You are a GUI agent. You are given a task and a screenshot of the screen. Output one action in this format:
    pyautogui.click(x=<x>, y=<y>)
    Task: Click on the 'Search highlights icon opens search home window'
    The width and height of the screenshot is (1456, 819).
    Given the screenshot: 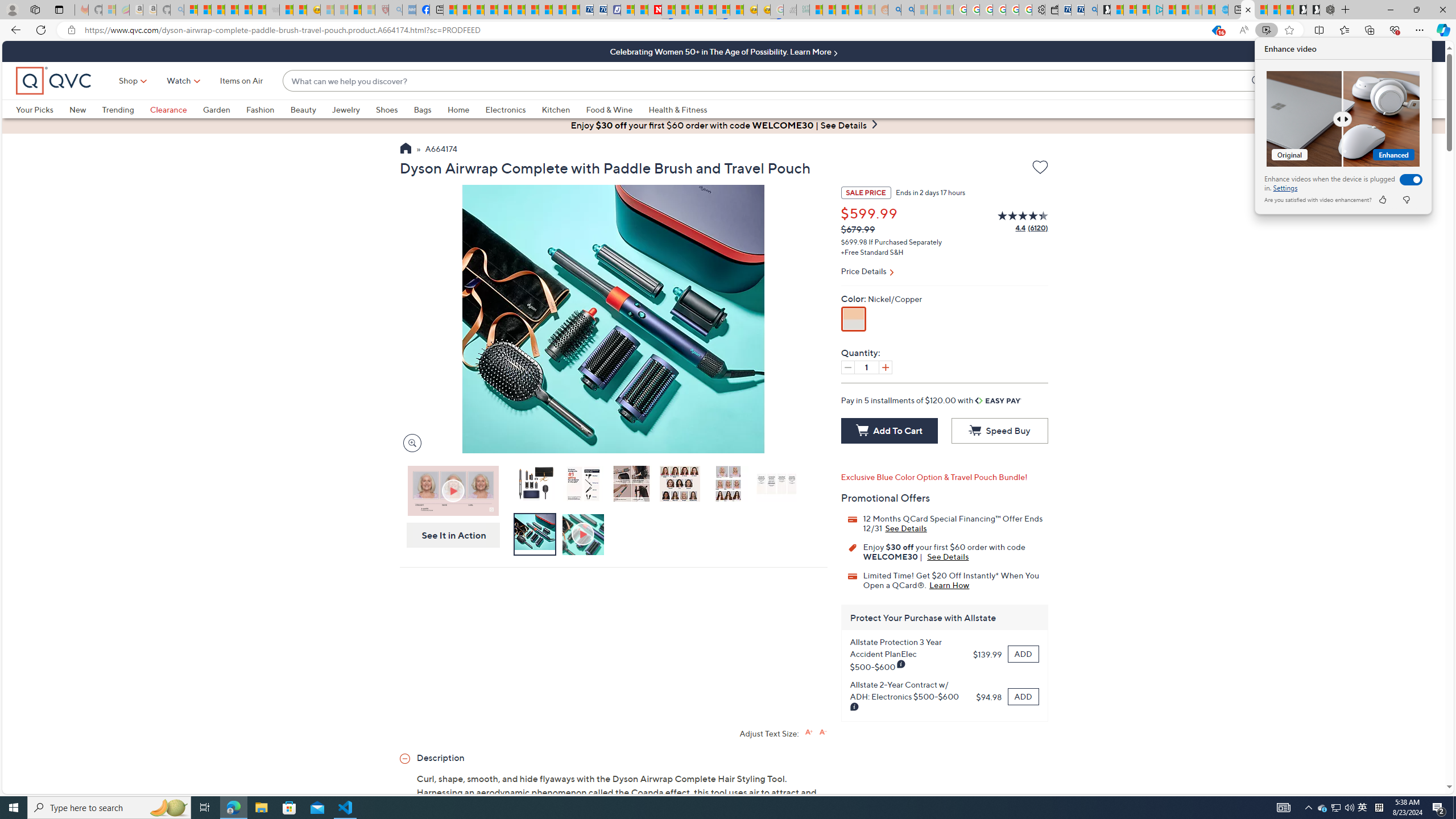 What is the action you would take?
    pyautogui.click(x=167, y=806)
    